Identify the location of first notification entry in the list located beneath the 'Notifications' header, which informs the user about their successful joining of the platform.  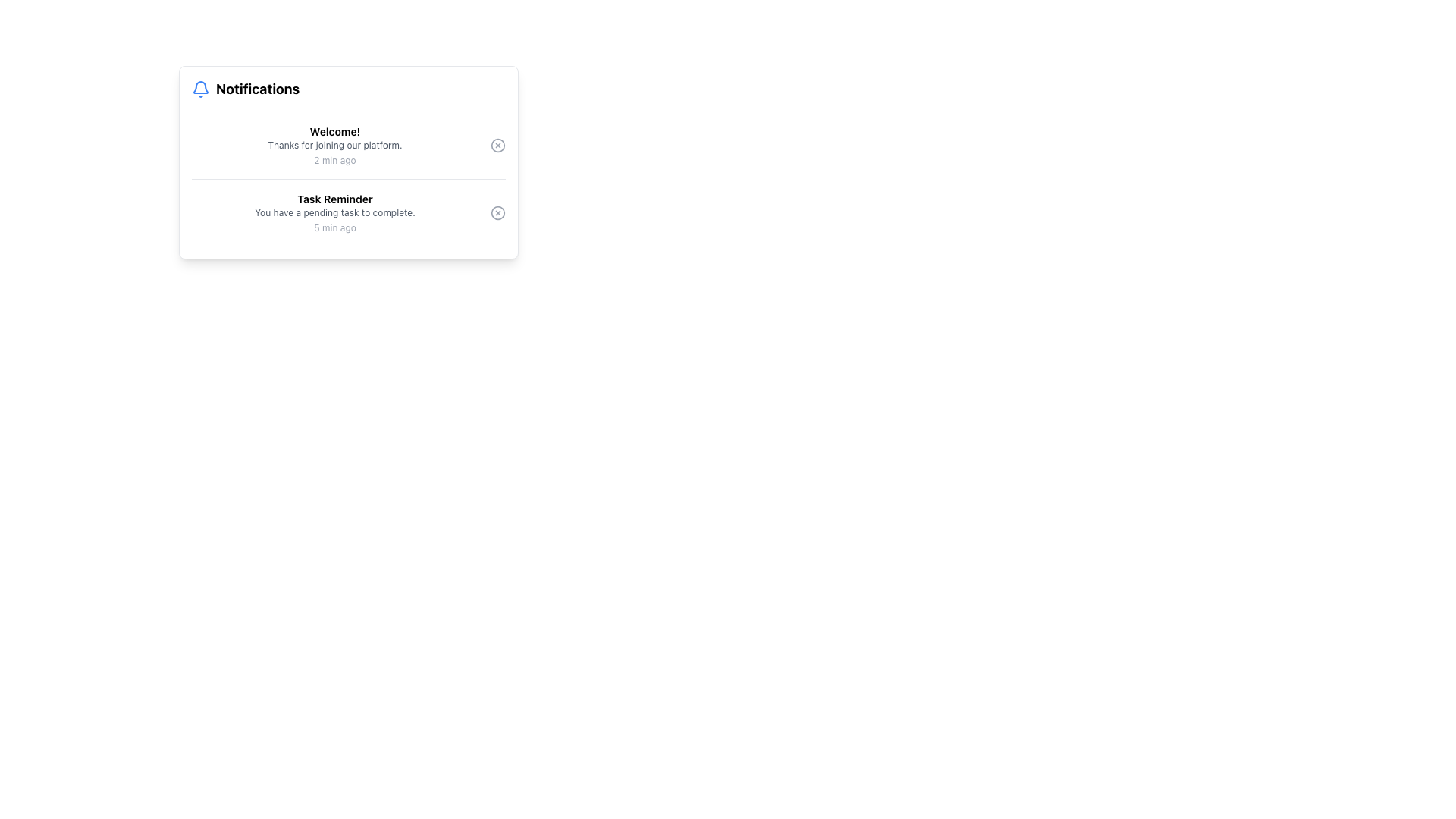
(348, 146).